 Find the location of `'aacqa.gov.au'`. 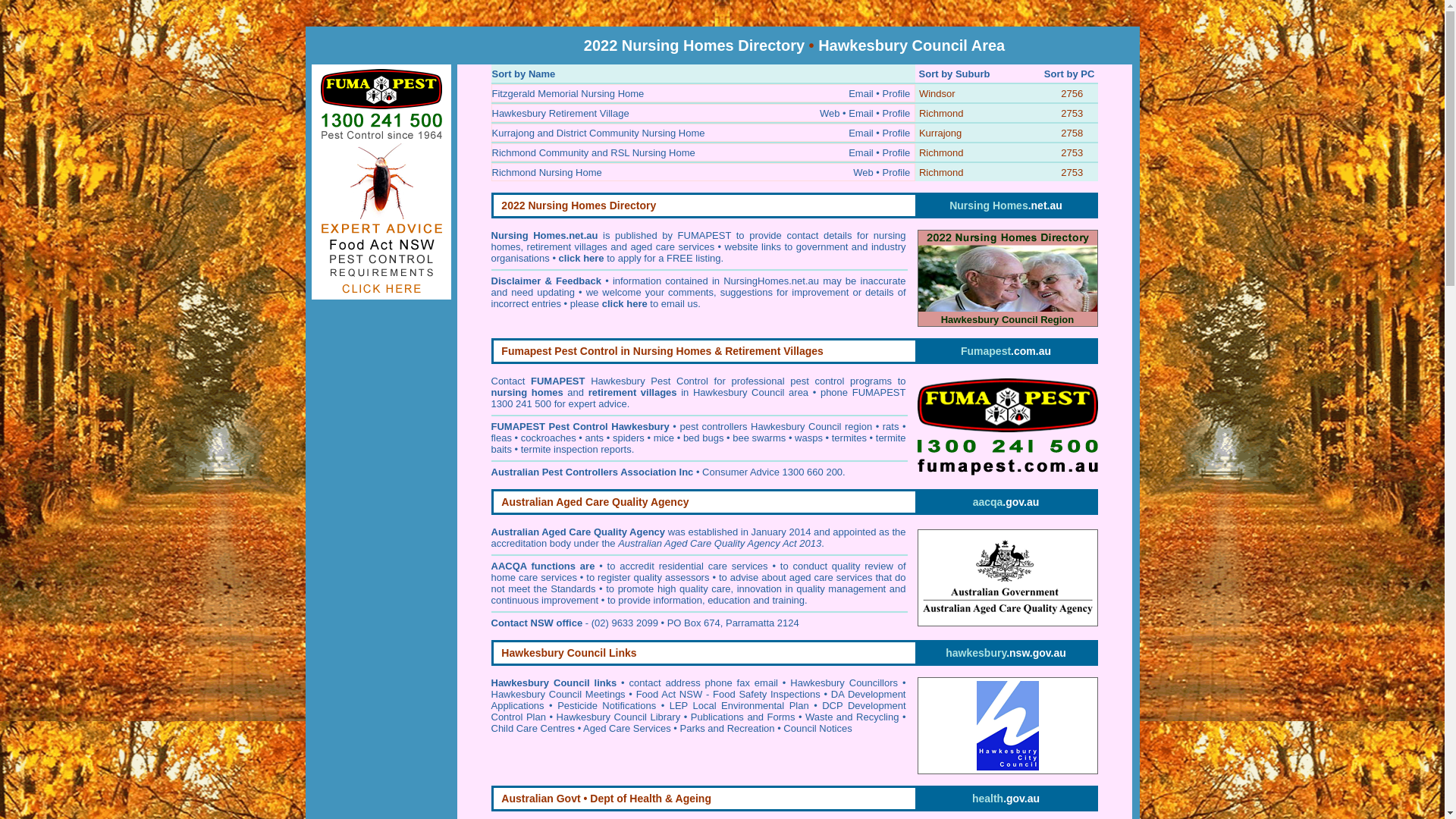

'aacqa.gov.au' is located at coordinates (1006, 502).